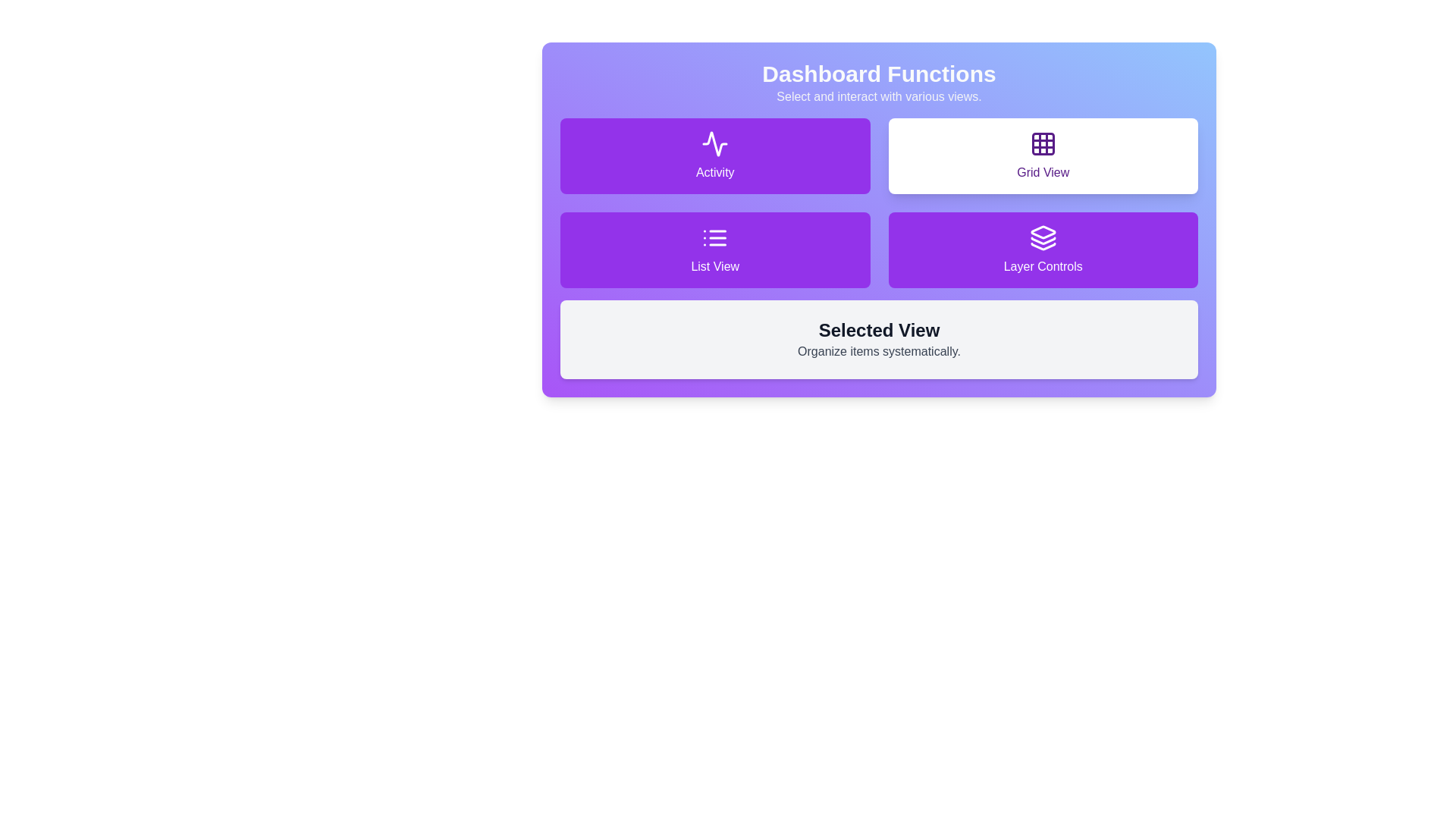  Describe the element at coordinates (714, 249) in the screenshot. I see `the rectangular button with a purple background and white text 'List View' to switch view` at that location.